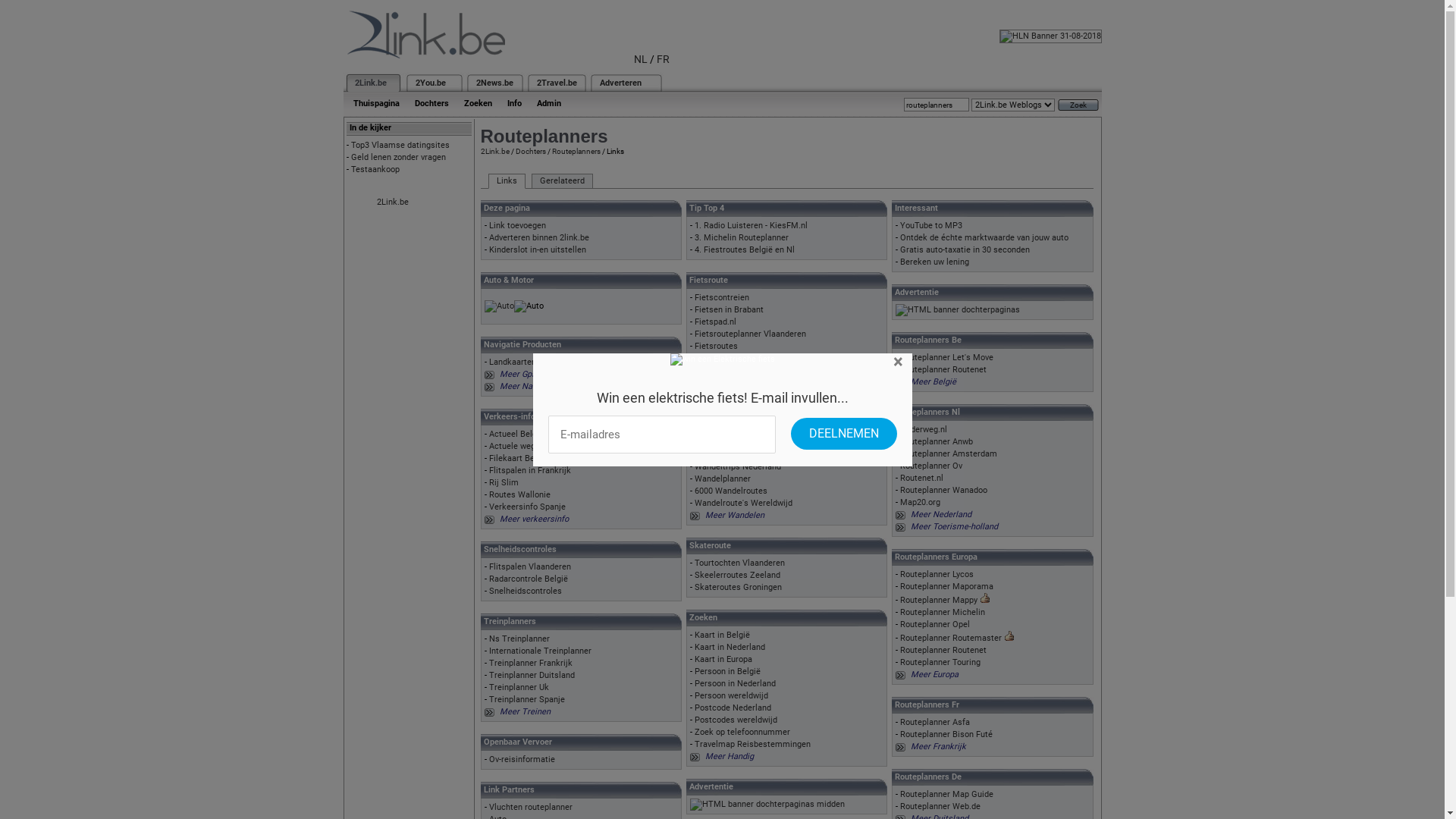  What do you see at coordinates (521, 759) in the screenshot?
I see `'Ov-reisinformatie'` at bounding box center [521, 759].